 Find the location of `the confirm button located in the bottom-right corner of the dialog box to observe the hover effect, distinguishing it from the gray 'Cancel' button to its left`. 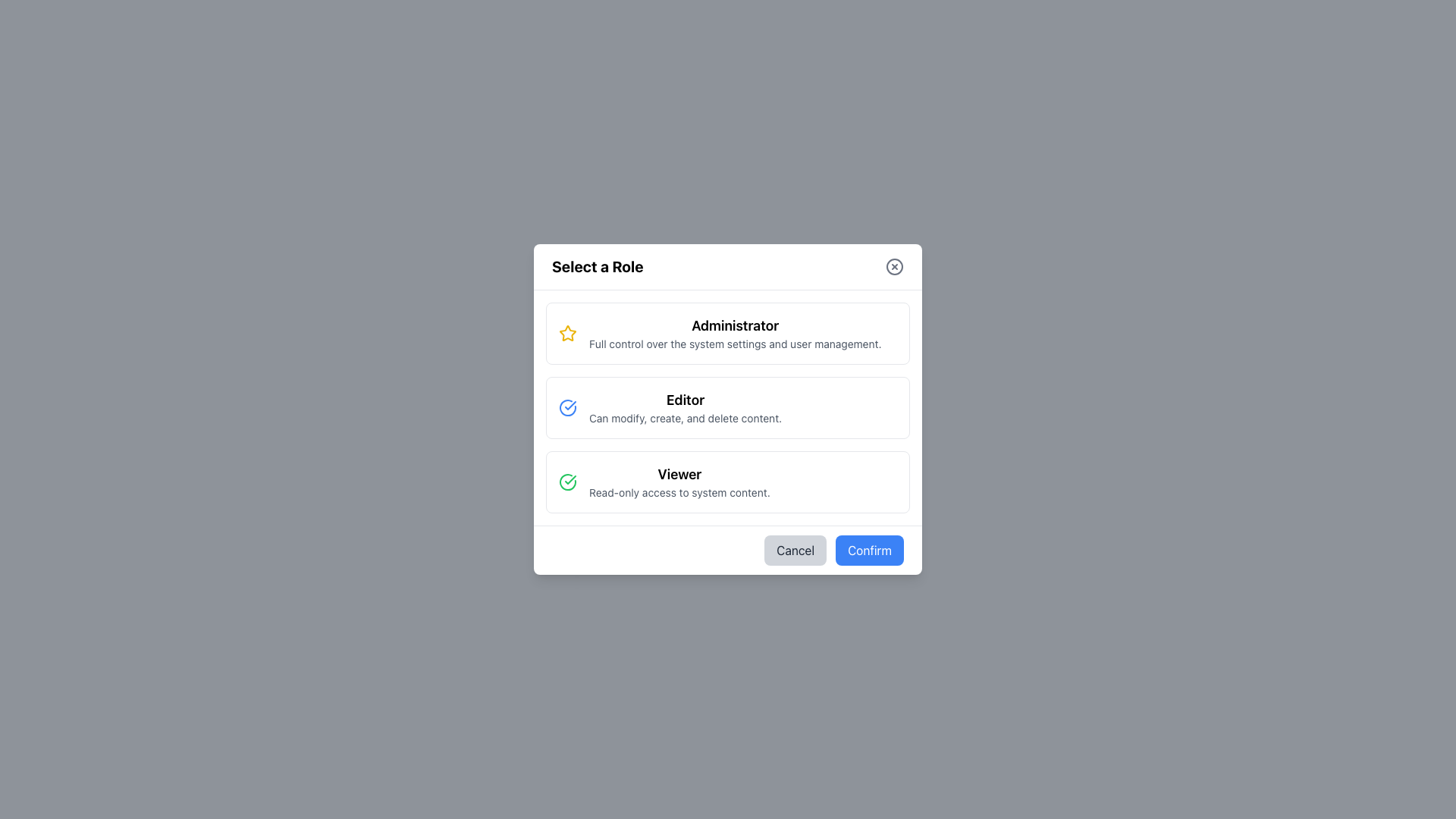

the confirm button located in the bottom-right corner of the dialog box to observe the hover effect, distinguishing it from the gray 'Cancel' button to its left is located at coordinates (870, 550).